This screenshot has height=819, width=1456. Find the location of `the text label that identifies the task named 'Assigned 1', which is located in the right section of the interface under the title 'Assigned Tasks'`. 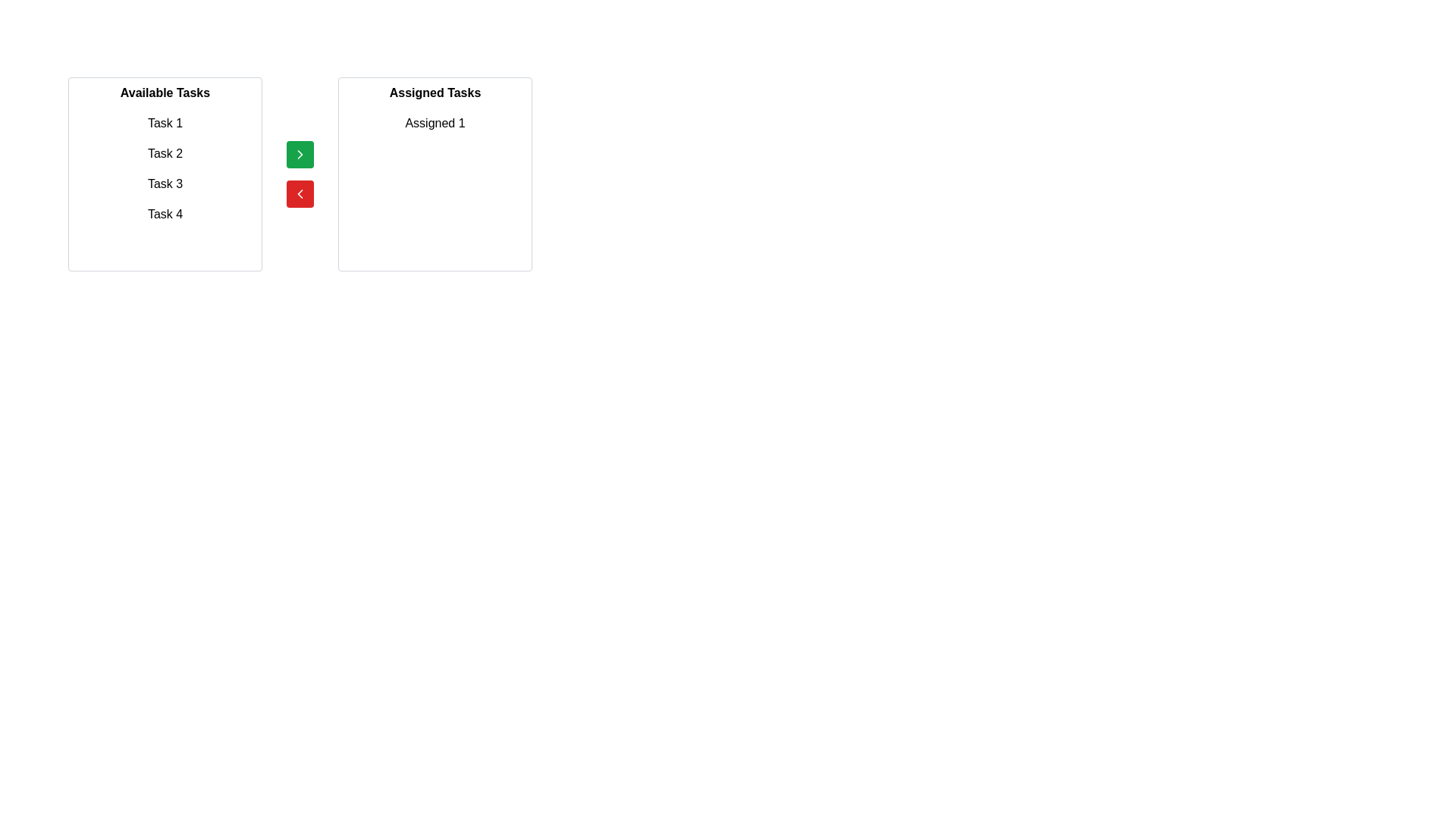

the text label that identifies the task named 'Assigned 1', which is located in the right section of the interface under the title 'Assigned Tasks' is located at coordinates (435, 122).